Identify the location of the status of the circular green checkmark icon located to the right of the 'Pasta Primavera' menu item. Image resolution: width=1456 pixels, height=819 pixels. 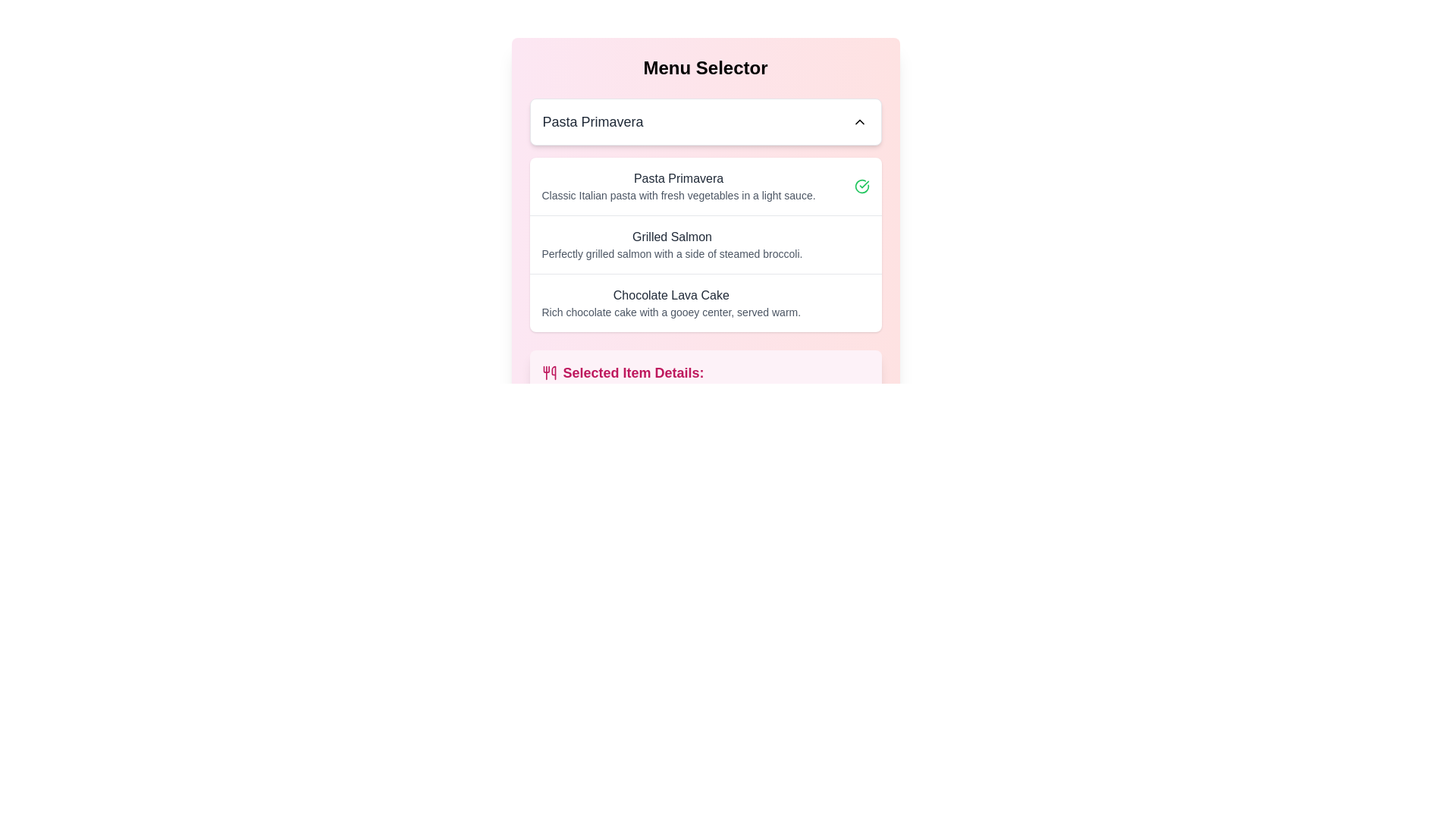
(861, 186).